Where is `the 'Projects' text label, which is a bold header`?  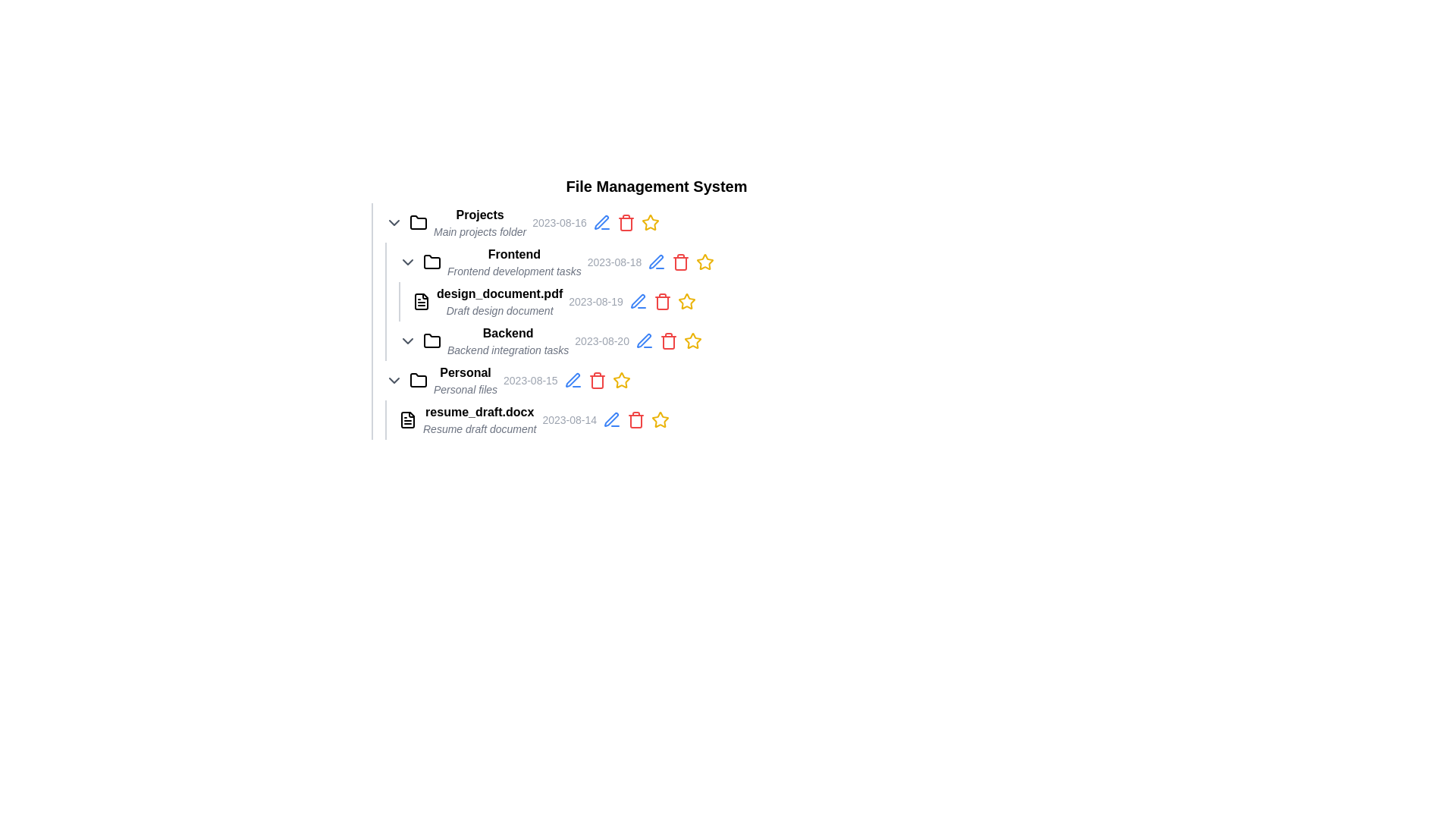 the 'Projects' text label, which is a bold header is located at coordinates (479, 222).